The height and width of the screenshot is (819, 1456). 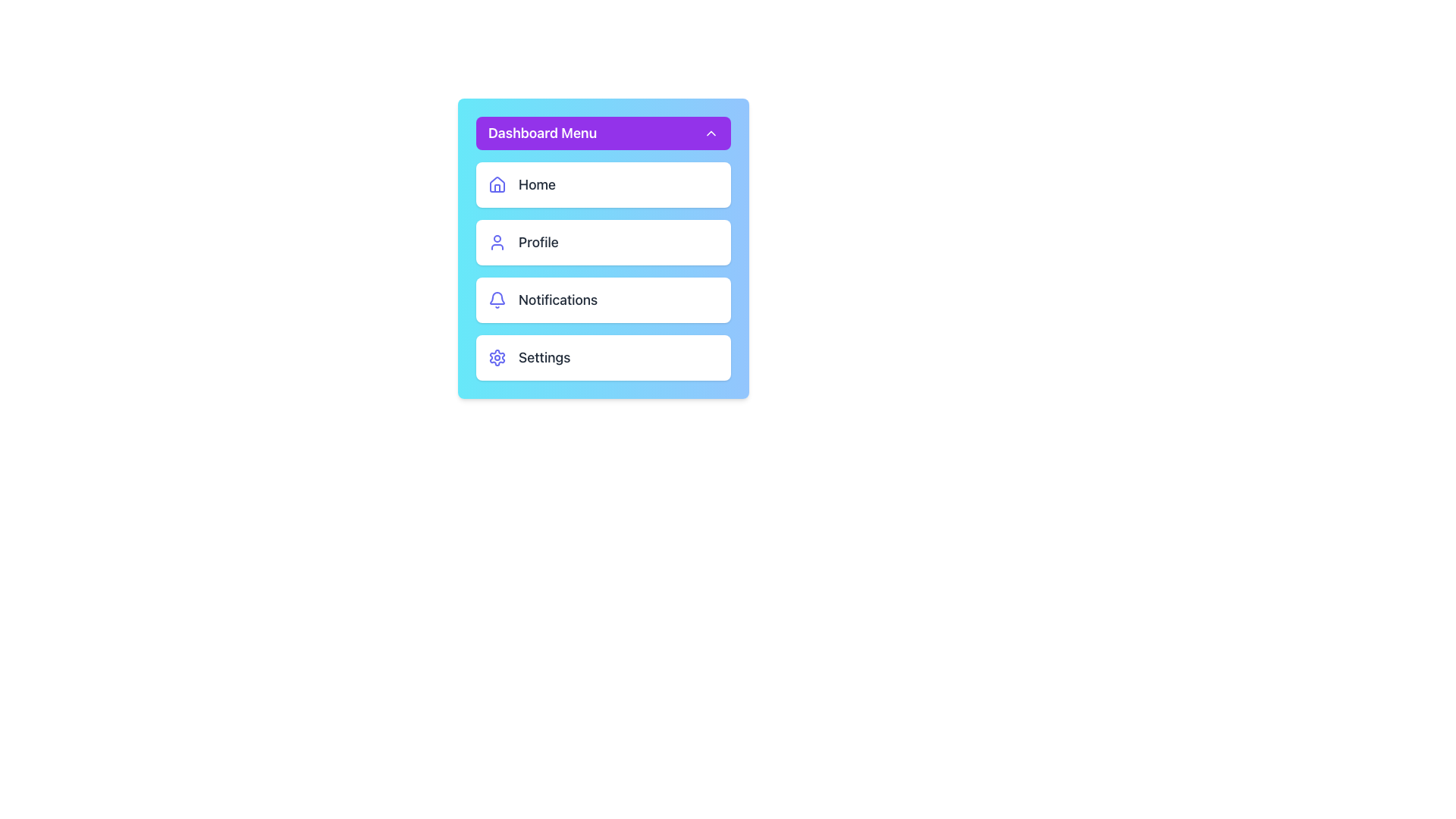 I want to click on the 'Settings' static text label, which is styled with gray color and a large medium-weight font, located at the bottom of a vertical navigation menu, so click(x=544, y=357).